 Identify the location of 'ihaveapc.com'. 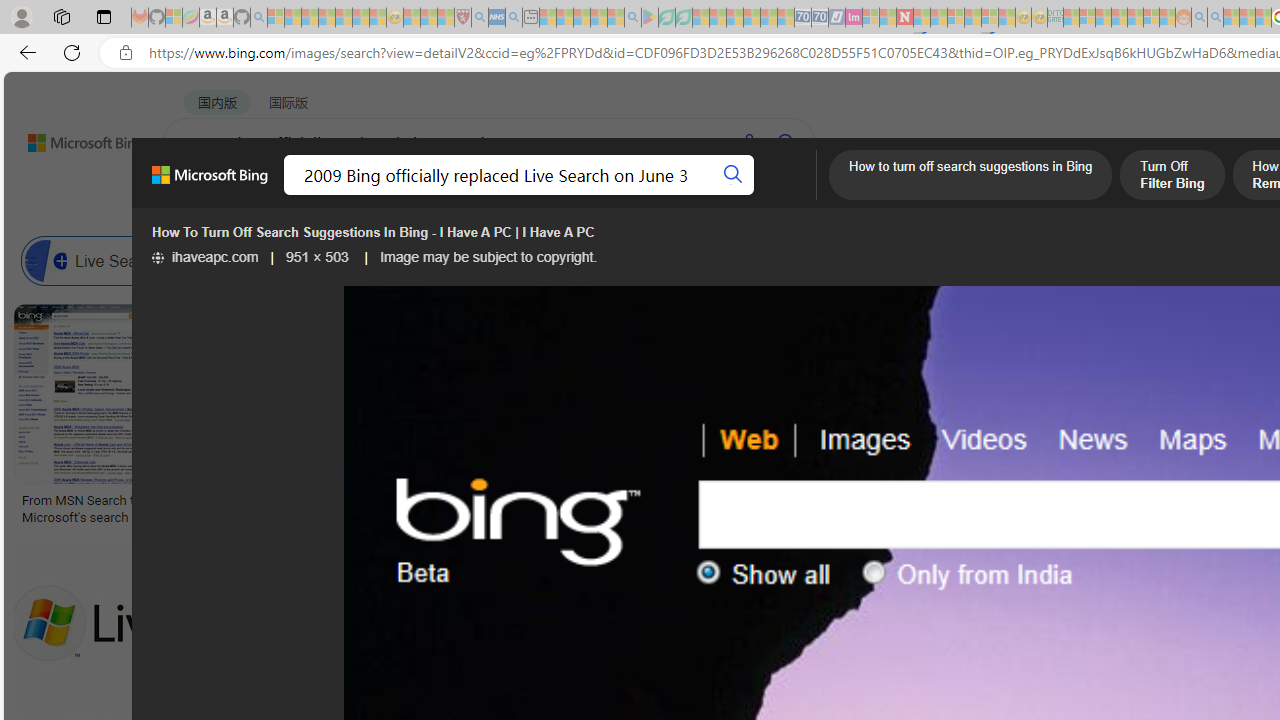
(204, 256).